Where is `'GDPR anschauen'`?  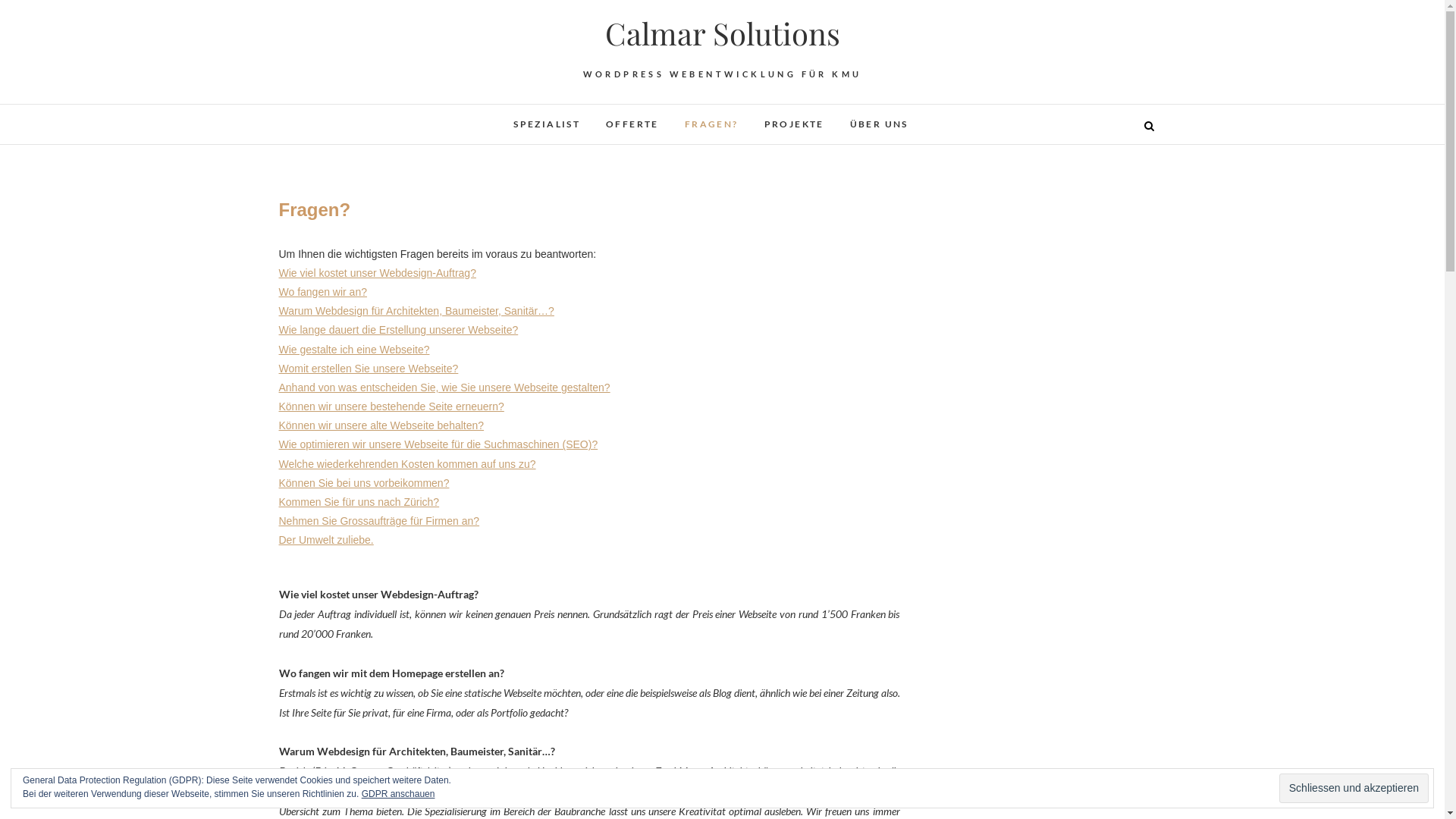 'GDPR anschauen' is located at coordinates (360, 792).